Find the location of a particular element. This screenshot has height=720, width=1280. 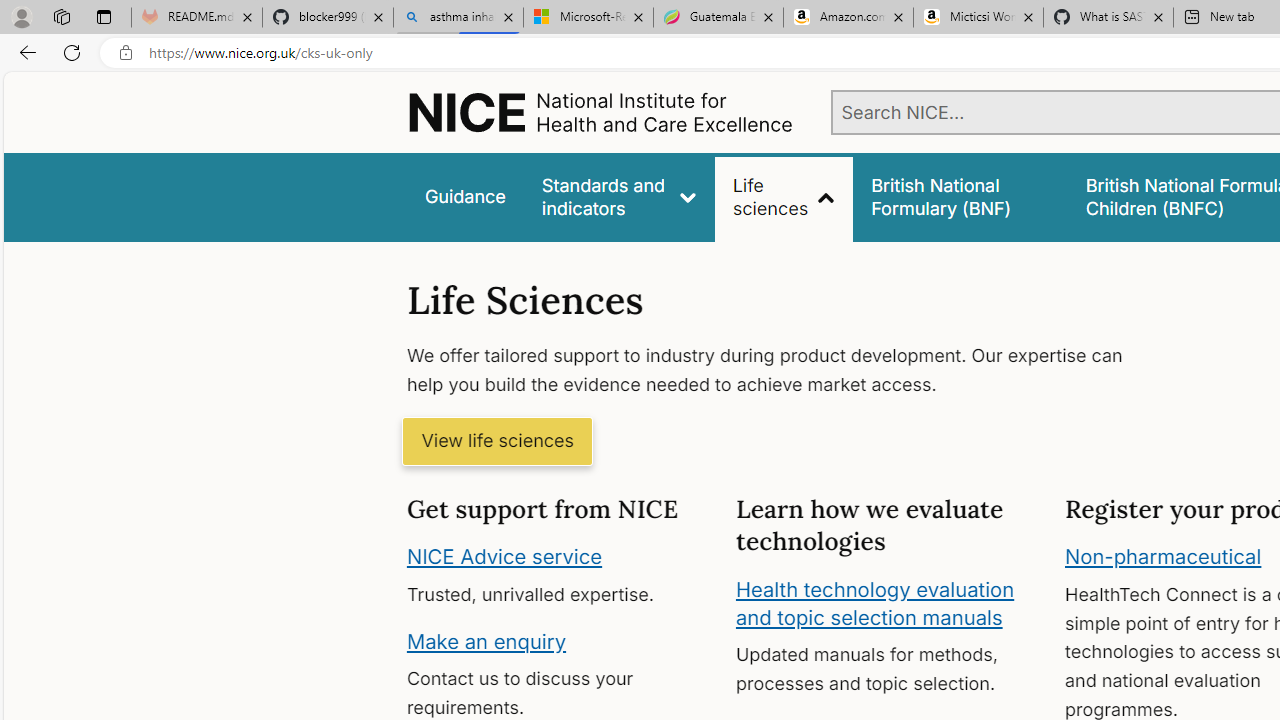

'Microsoft-Report a Concern to Bing' is located at coordinates (587, 17).